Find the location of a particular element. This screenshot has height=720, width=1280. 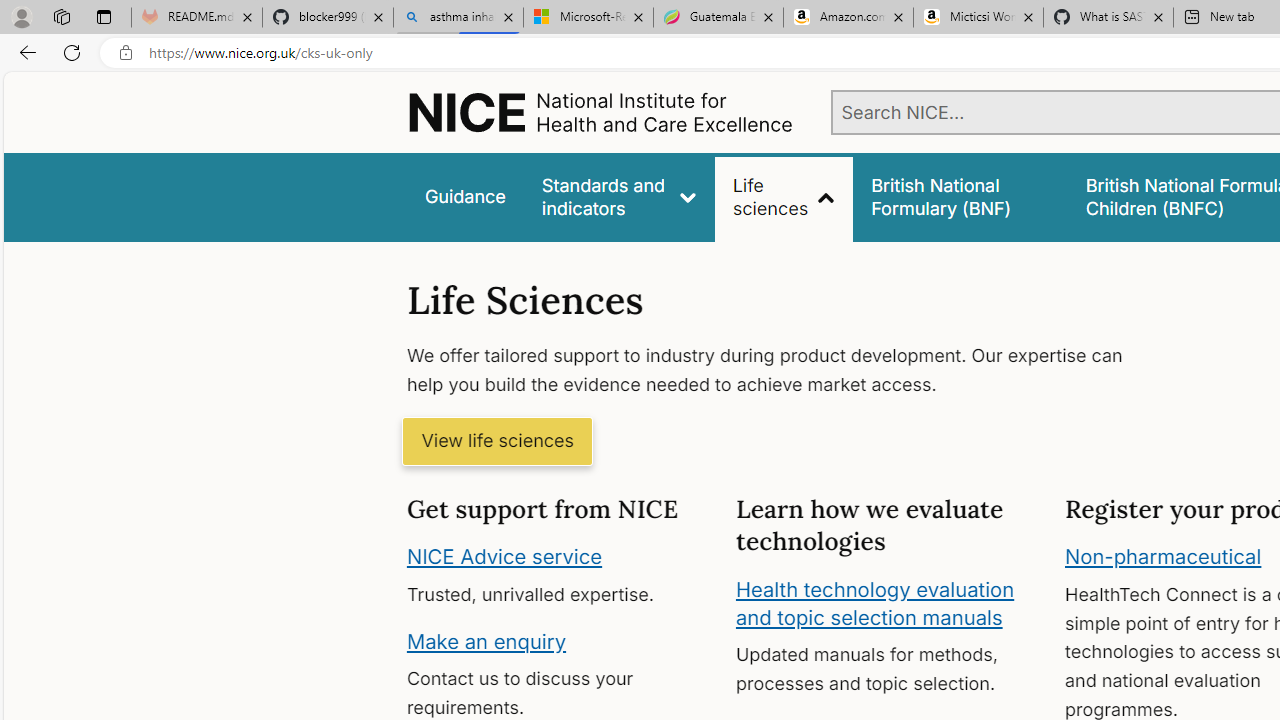

'Microsoft-Report a Concern to Bing' is located at coordinates (587, 17).